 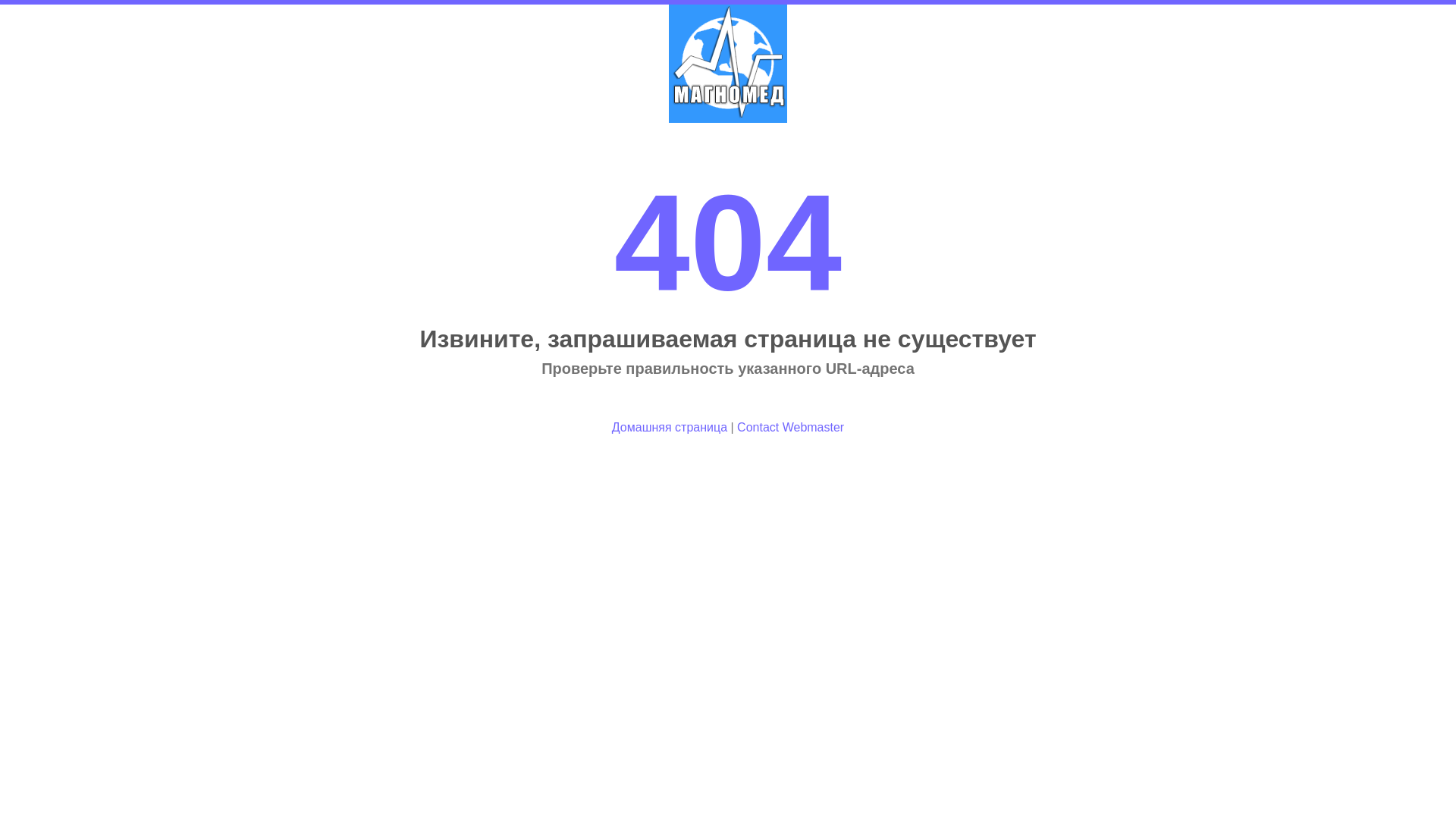 What do you see at coordinates (789, 427) in the screenshot?
I see `'Contact Webmaster'` at bounding box center [789, 427].